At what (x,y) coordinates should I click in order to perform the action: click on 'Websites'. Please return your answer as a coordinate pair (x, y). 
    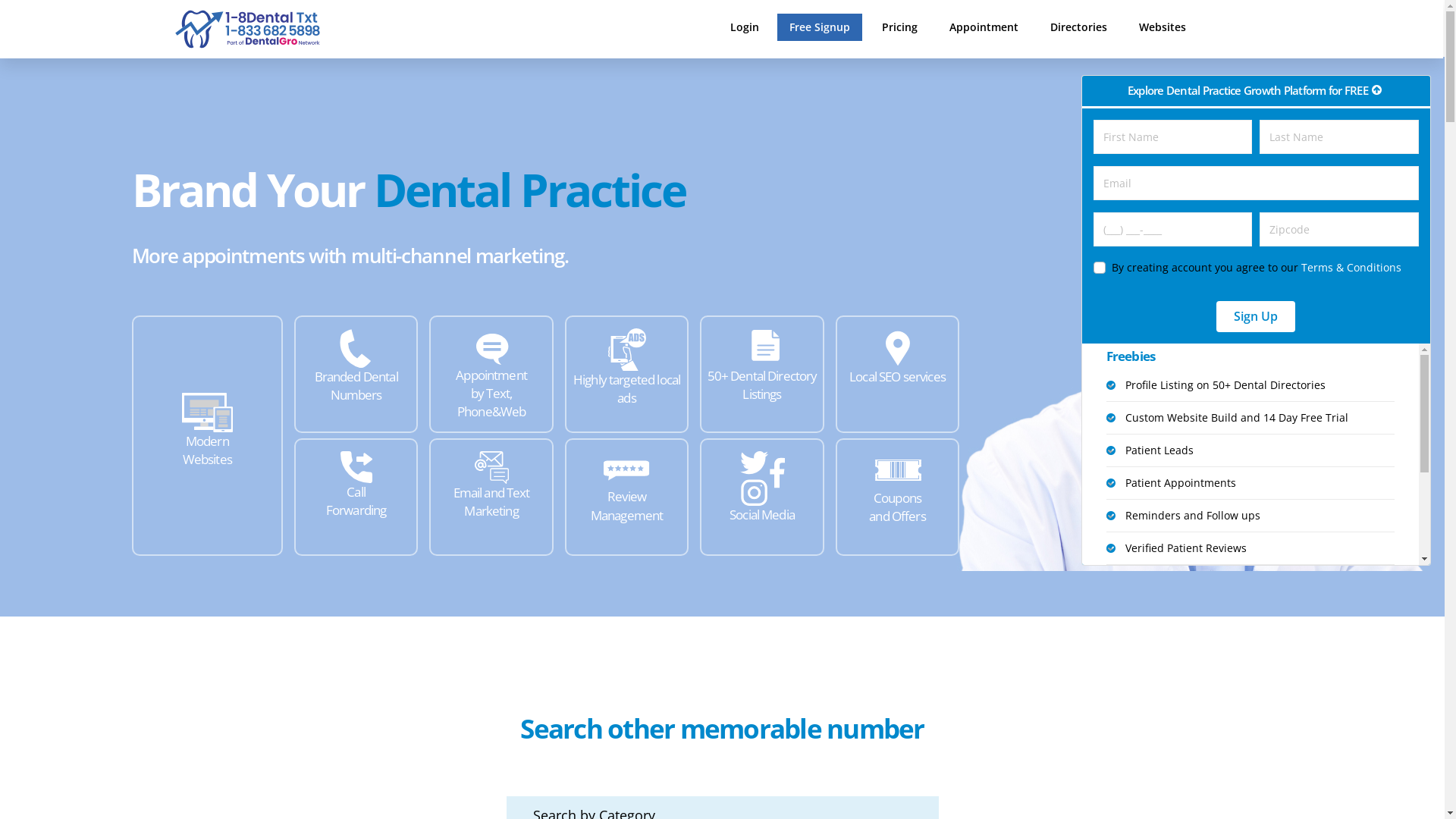
    Looking at the image, I should click on (1127, 27).